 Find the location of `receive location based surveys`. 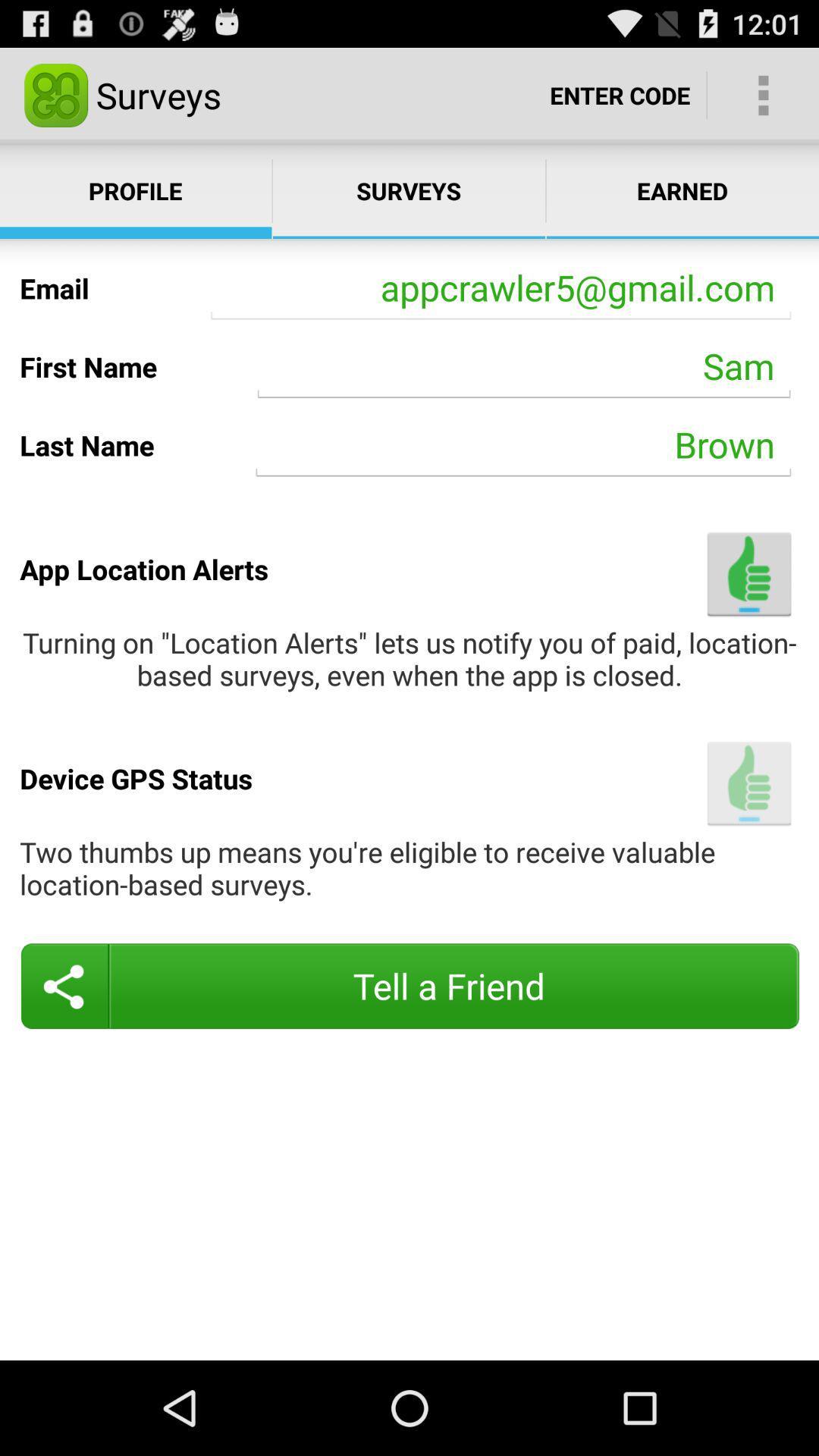

receive location based surveys is located at coordinates (748, 783).